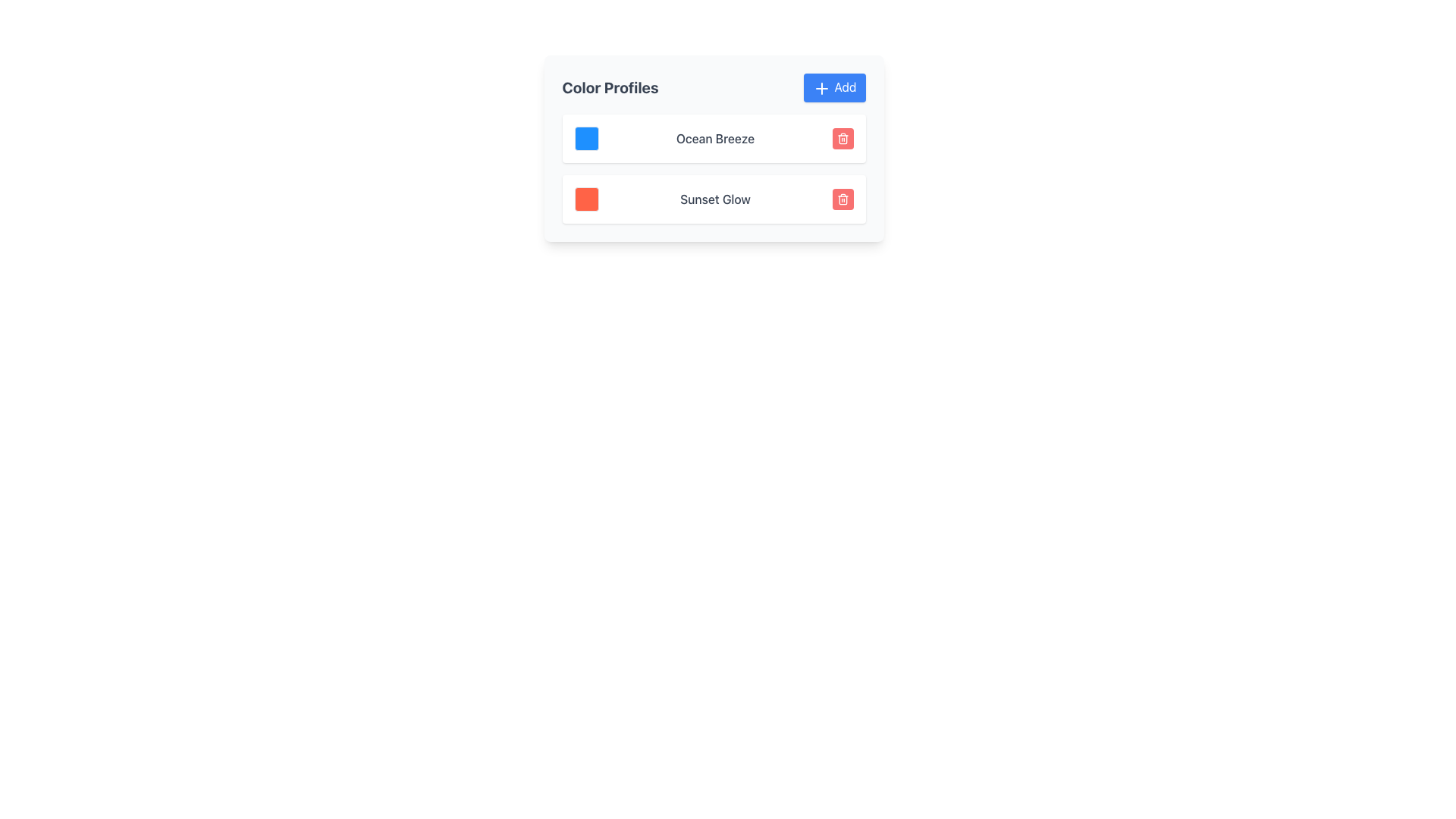 Image resolution: width=1456 pixels, height=819 pixels. Describe the element at coordinates (821, 88) in the screenshot. I see `the icon that serves as a visual cue for adding a new item or profile, located at the top right corner of the 'Color Profiles' panel` at that location.